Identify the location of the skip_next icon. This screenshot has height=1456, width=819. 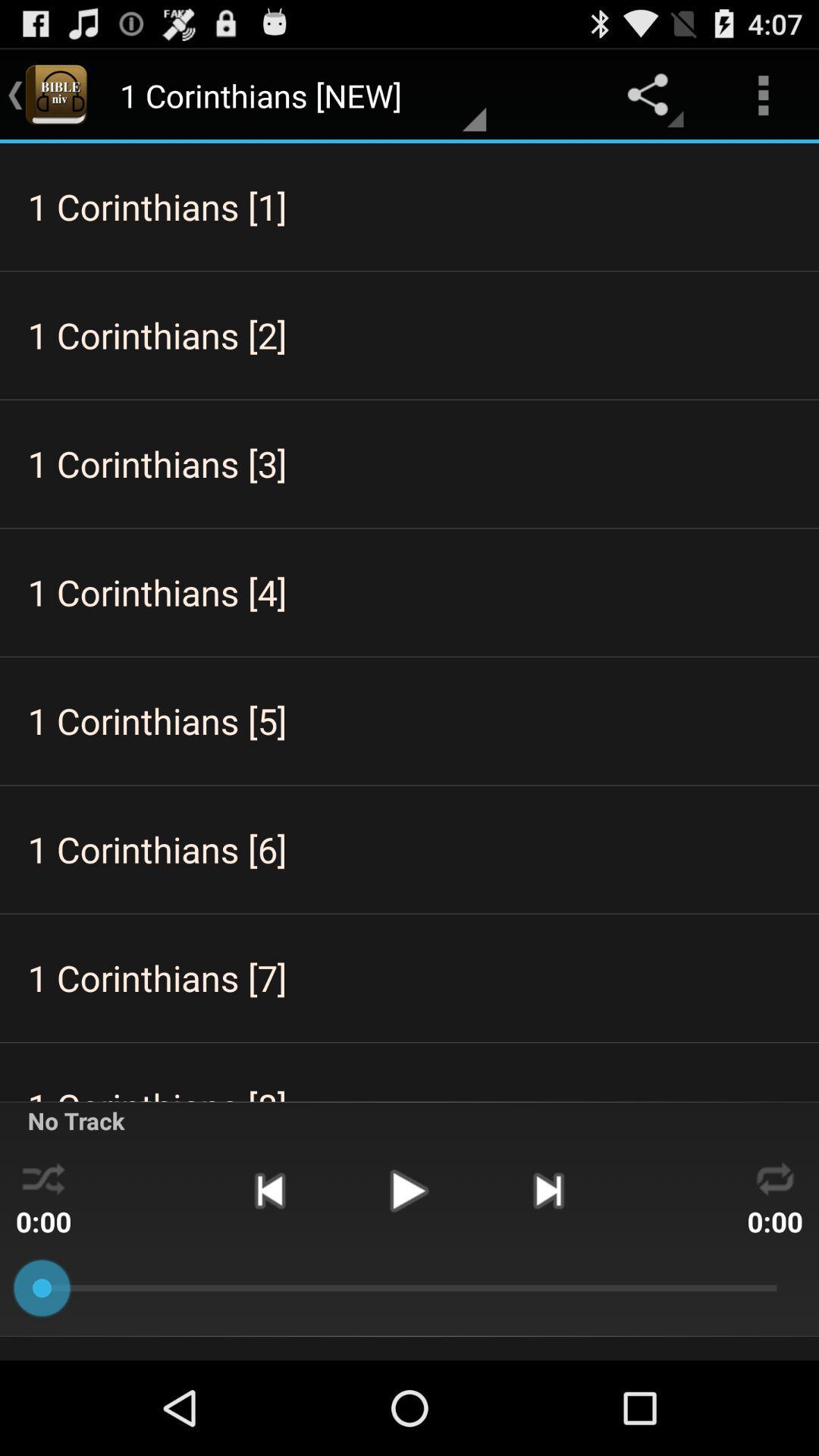
(548, 1274).